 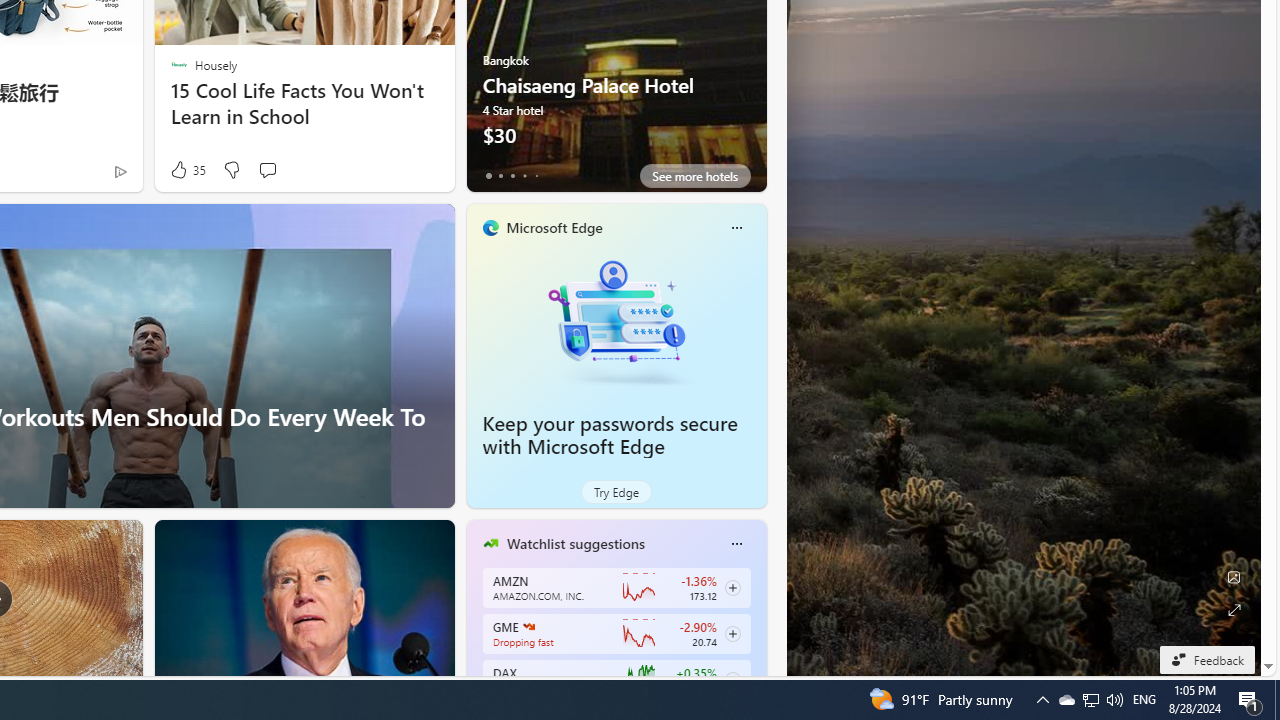 I want to click on '35 Like', so click(x=186, y=169).